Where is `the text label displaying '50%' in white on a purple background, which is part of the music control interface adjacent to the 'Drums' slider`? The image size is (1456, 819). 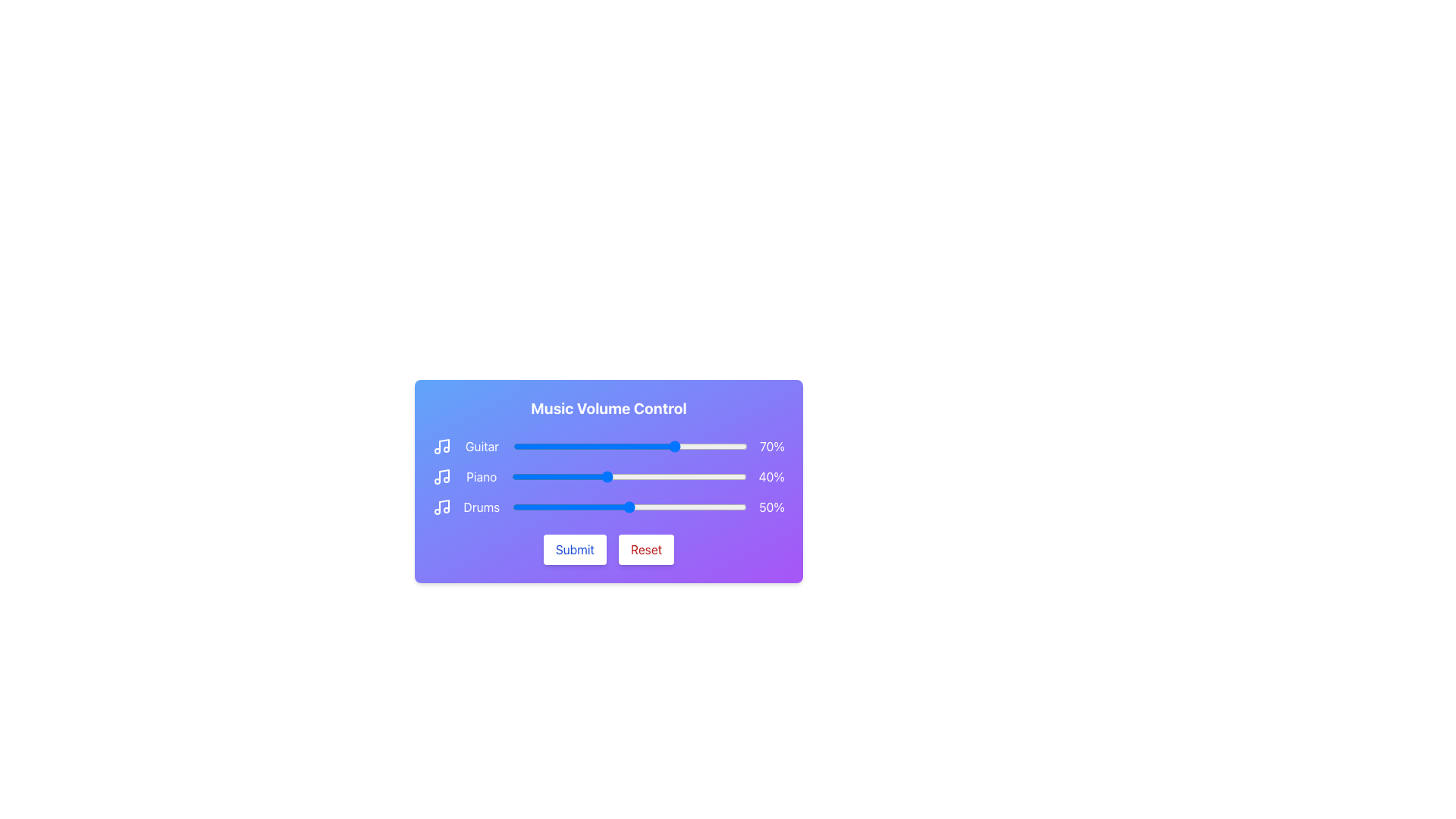 the text label displaying '50%' in white on a purple background, which is part of the music control interface adjacent to the 'Drums' slider is located at coordinates (771, 507).